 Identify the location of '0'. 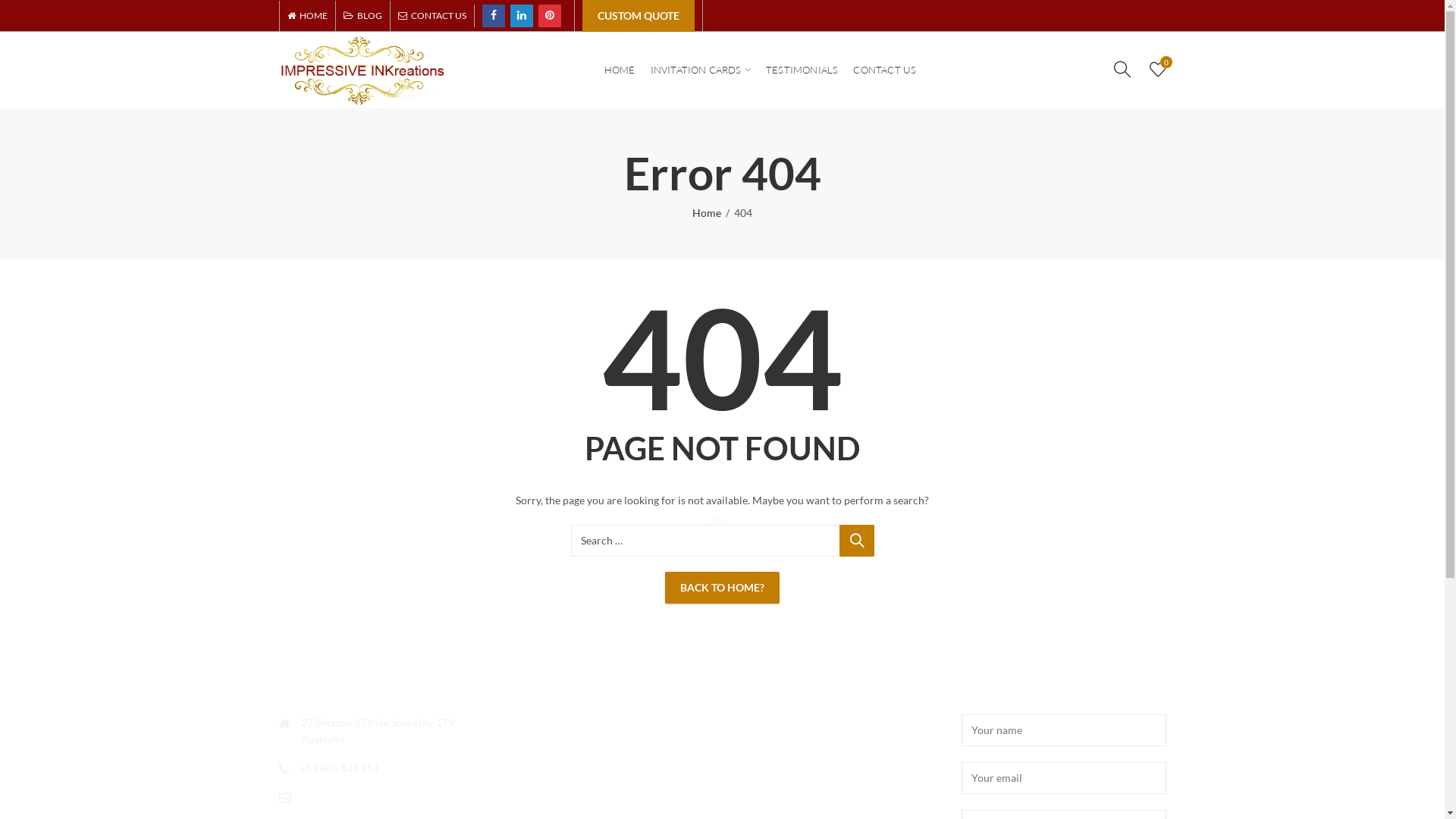
(1156, 68).